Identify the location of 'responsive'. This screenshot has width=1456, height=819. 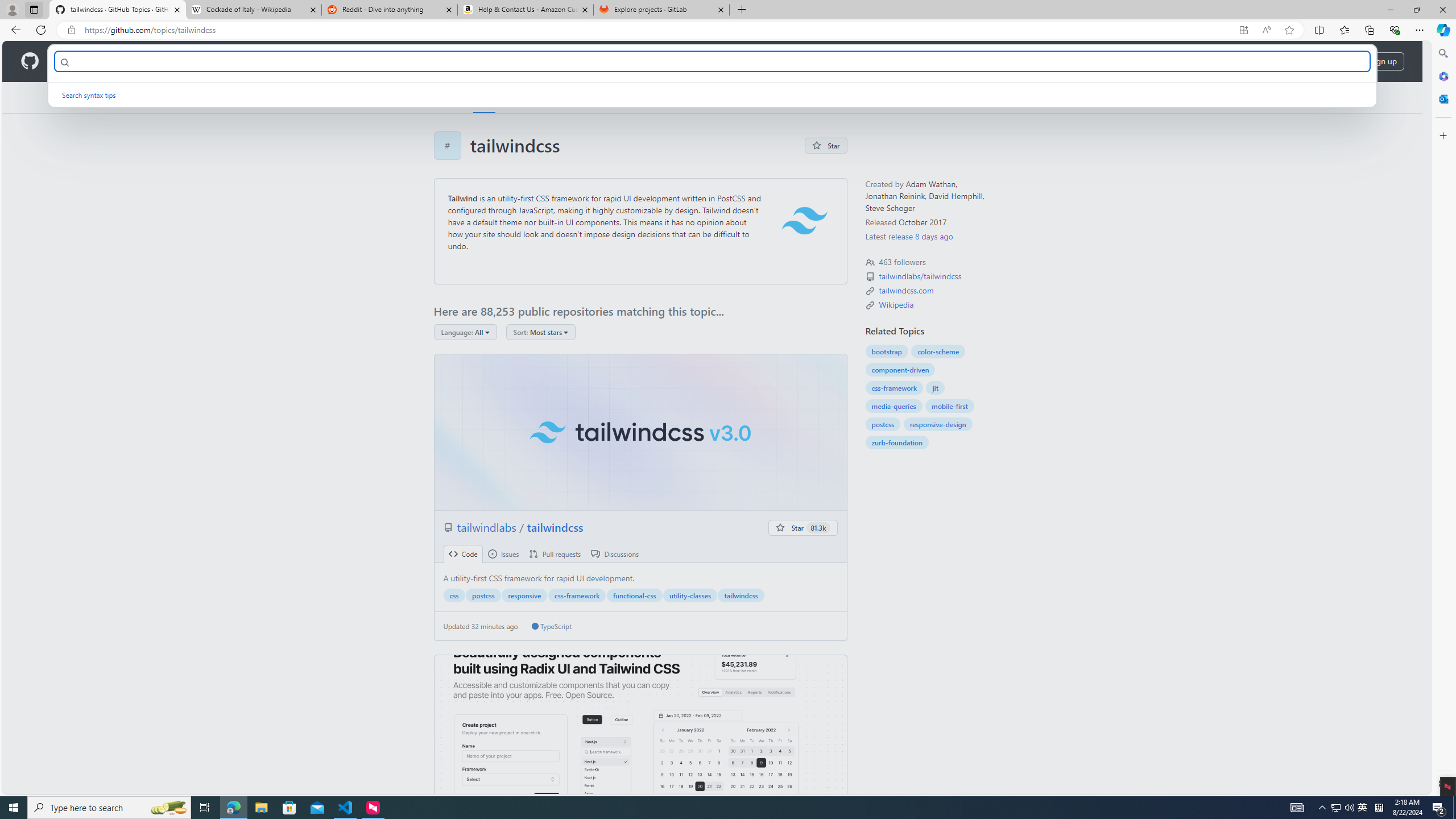
(524, 594).